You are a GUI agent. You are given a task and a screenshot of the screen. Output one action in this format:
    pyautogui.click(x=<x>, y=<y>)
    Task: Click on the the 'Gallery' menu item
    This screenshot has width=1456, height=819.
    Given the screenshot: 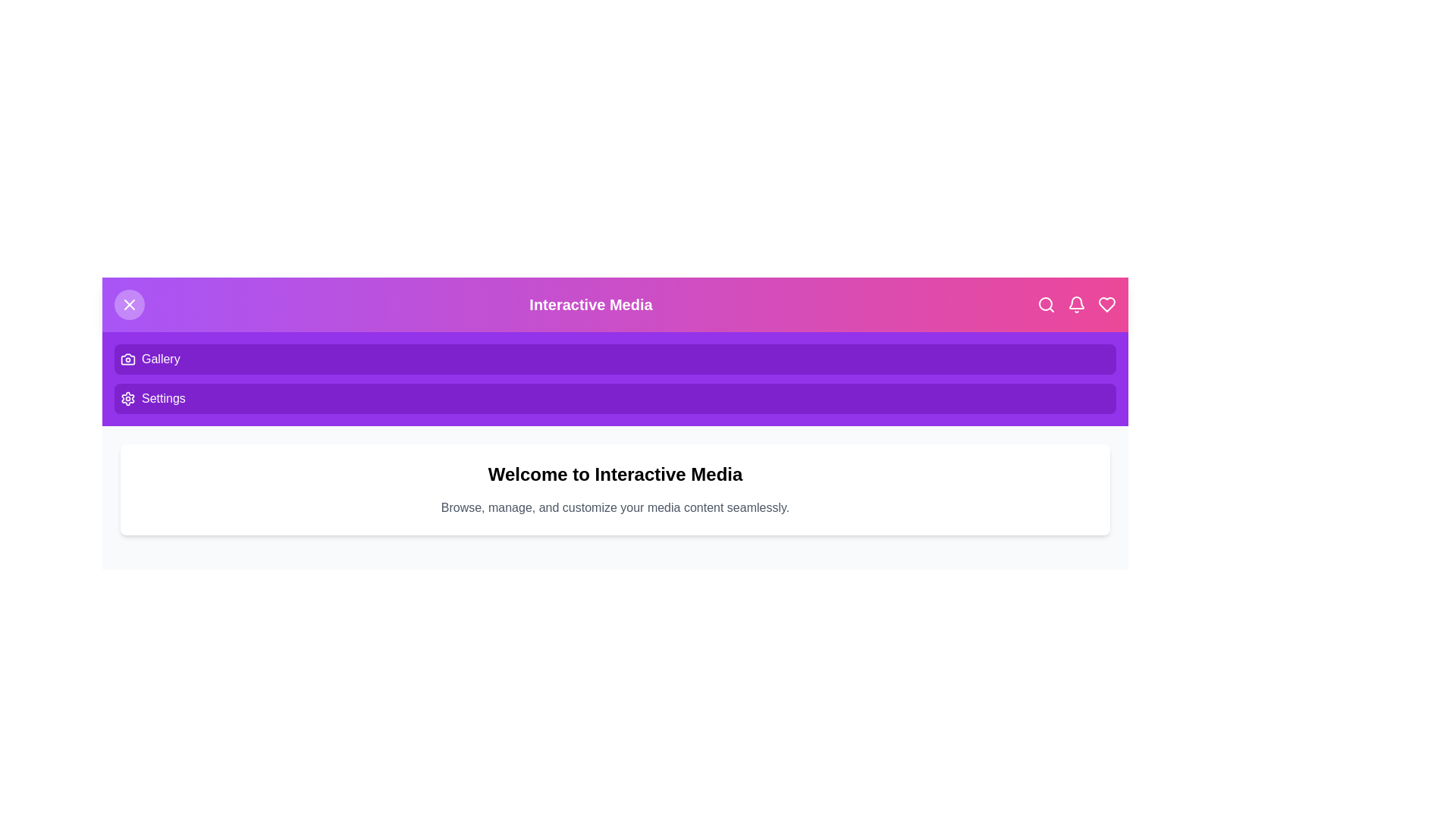 What is the action you would take?
    pyautogui.click(x=615, y=359)
    